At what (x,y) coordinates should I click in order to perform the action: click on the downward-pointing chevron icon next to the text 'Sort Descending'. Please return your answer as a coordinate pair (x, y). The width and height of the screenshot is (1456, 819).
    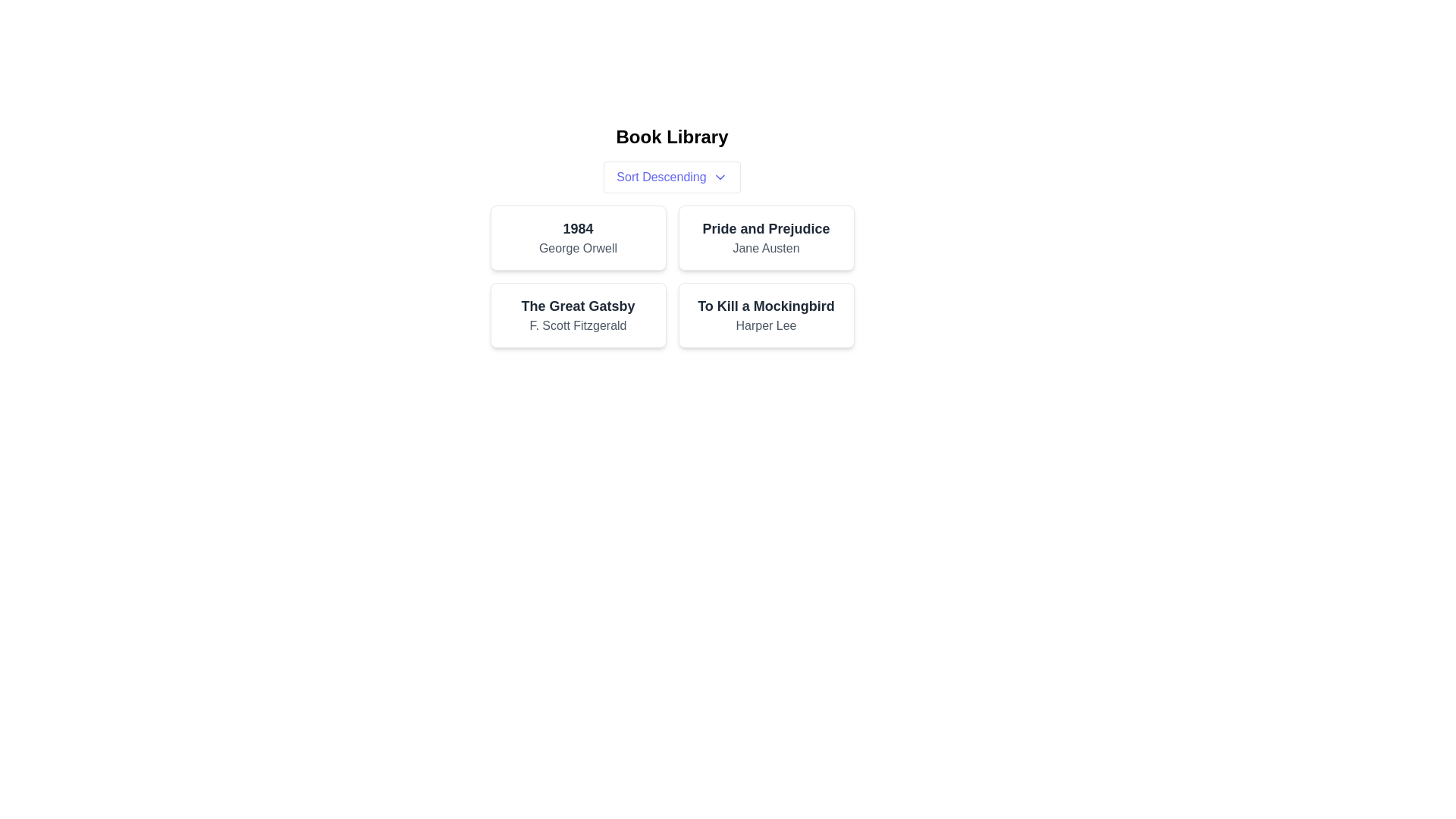
    Looking at the image, I should click on (719, 177).